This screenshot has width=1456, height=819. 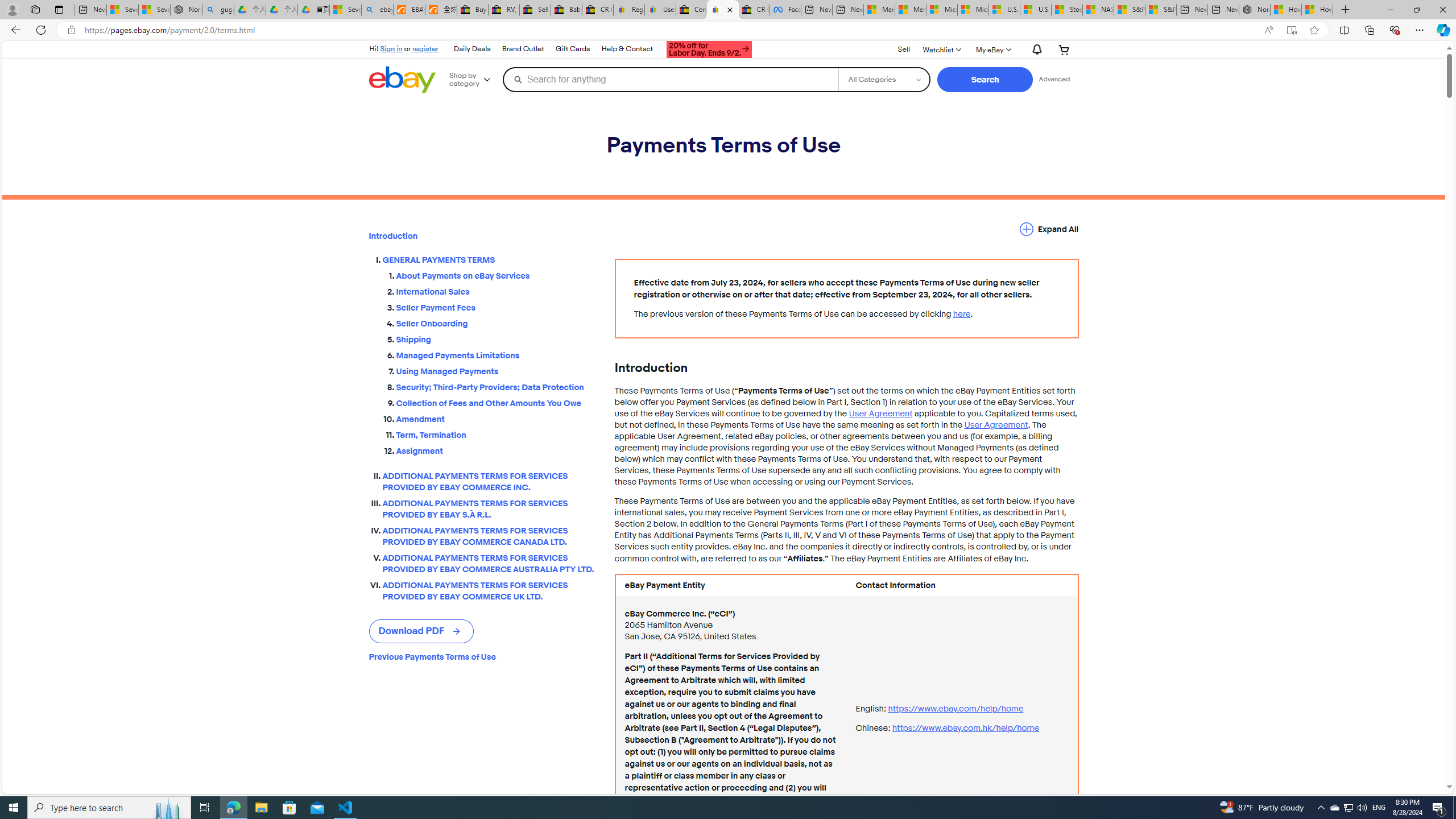 I want to click on 'Seller Onboarding', so click(x=496, y=321).